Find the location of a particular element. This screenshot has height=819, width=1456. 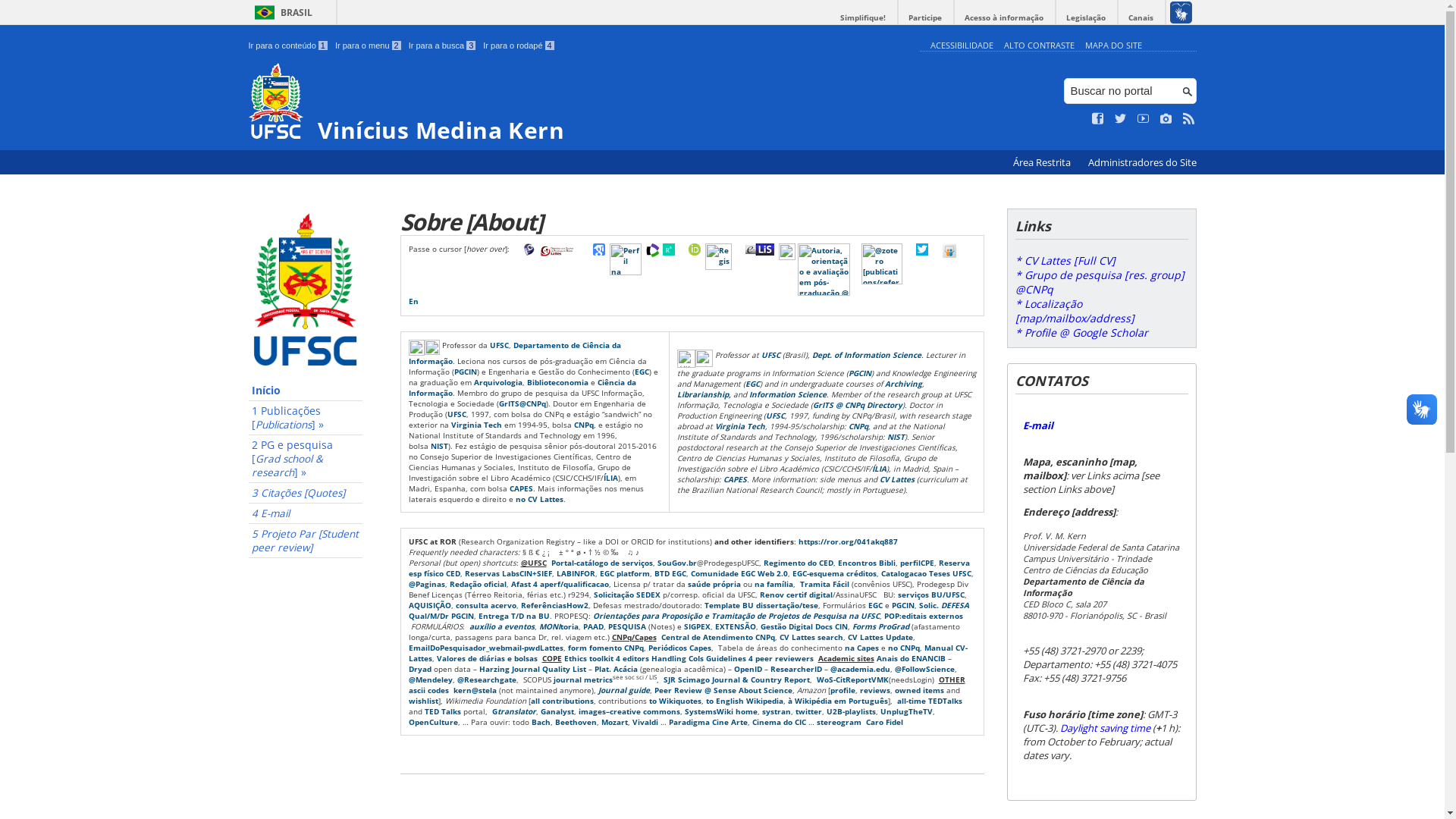

'SystemsWiki home' is located at coordinates (720, 711).